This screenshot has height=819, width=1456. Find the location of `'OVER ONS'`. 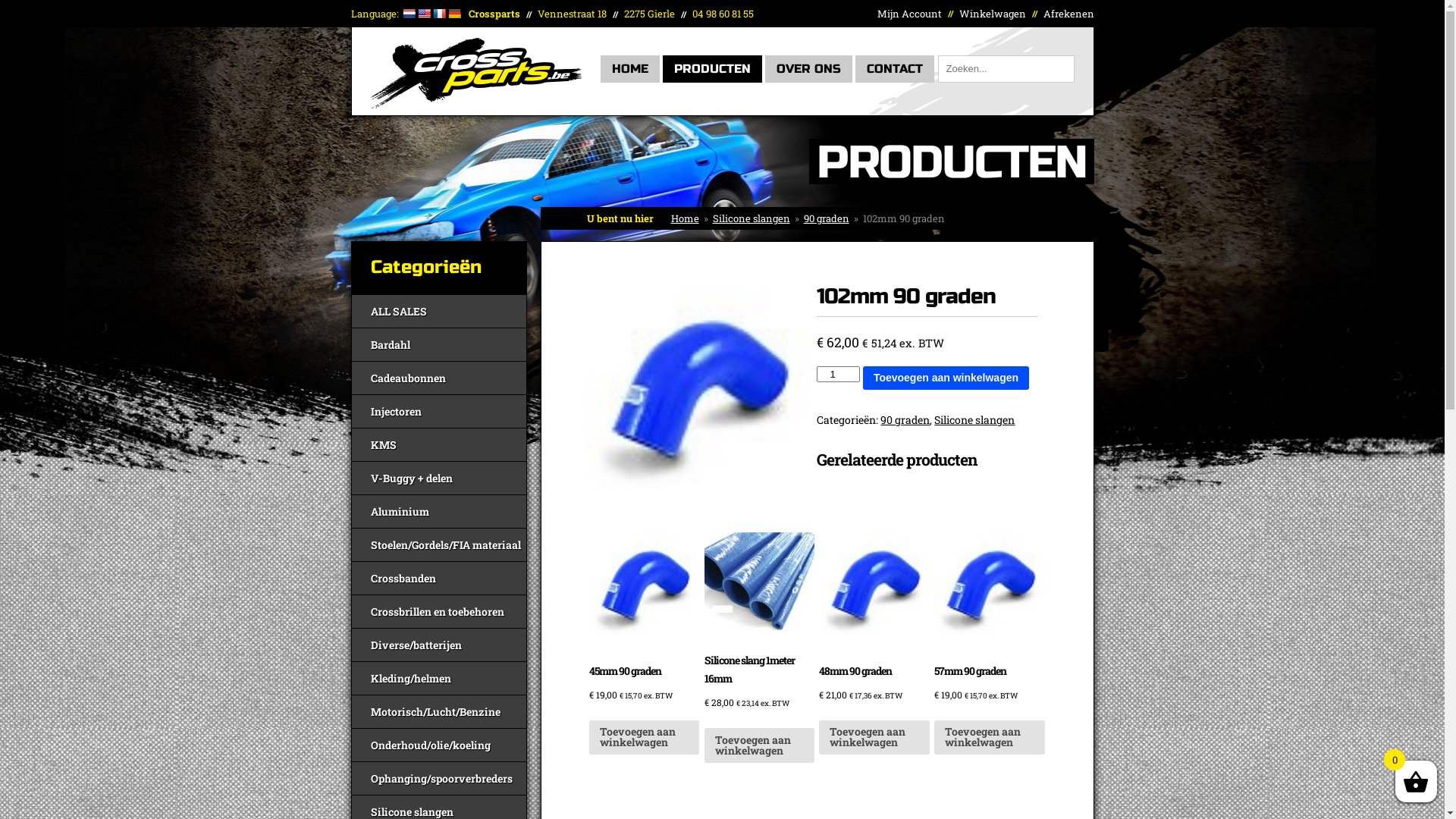

'OVER ONS' is located at coordinates (807, 69).